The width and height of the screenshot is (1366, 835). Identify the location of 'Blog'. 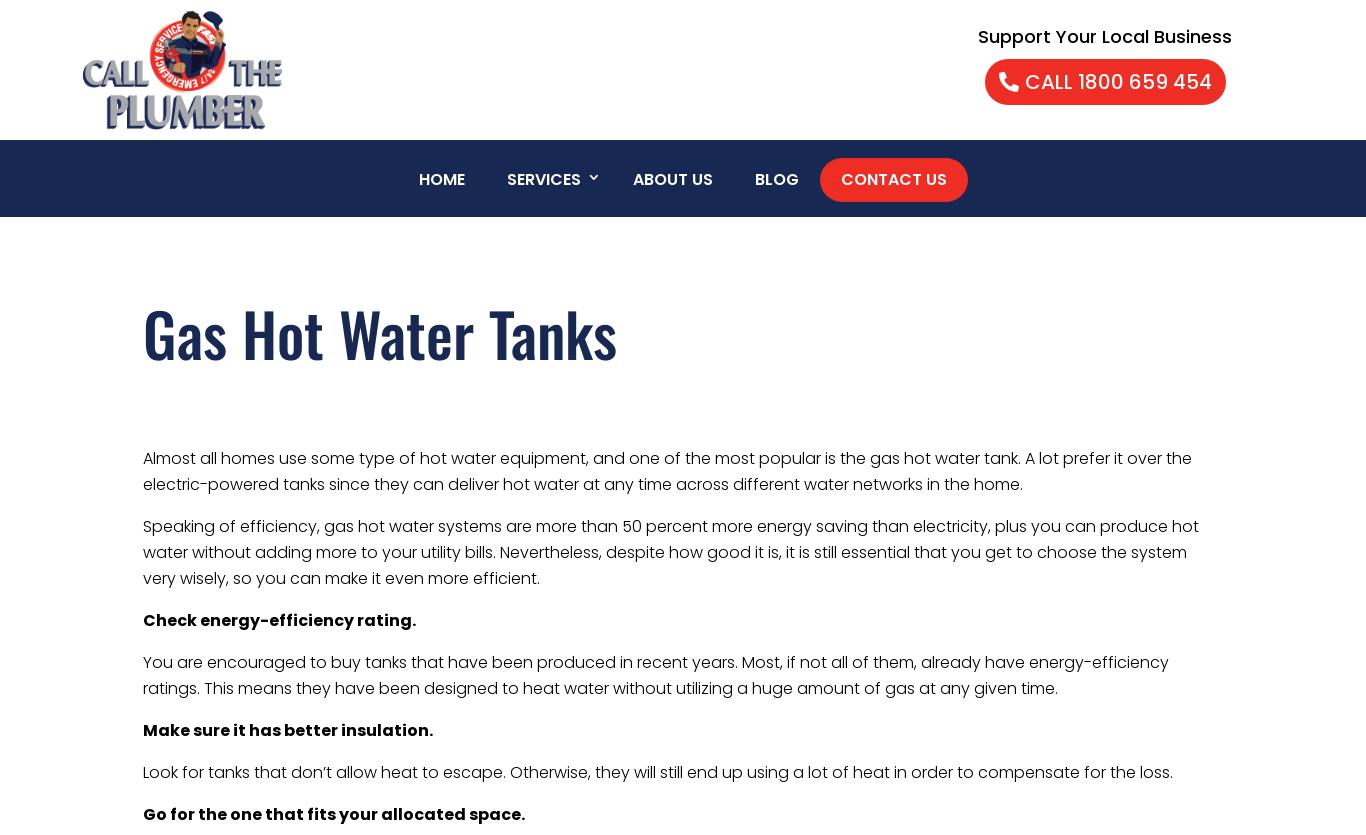
(776, 179).